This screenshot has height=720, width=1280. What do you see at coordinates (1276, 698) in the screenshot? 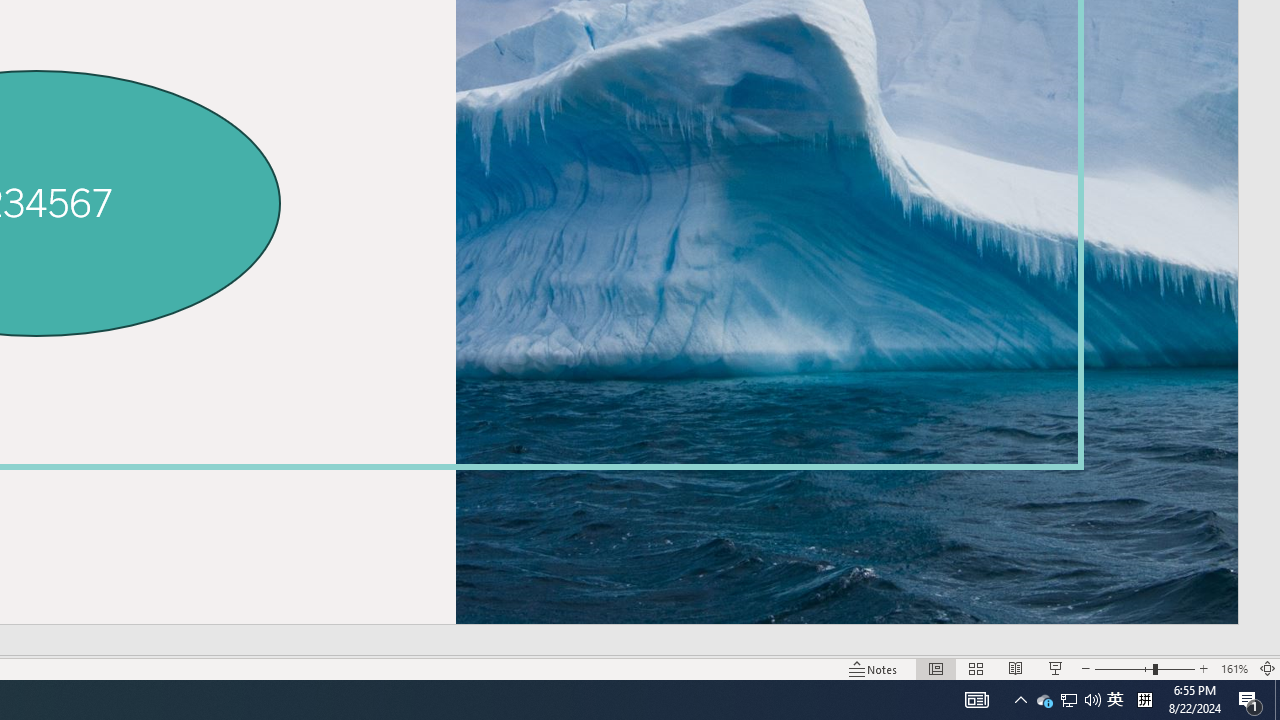
I see `'Show desktop'` at bounding box center [1276, 698].